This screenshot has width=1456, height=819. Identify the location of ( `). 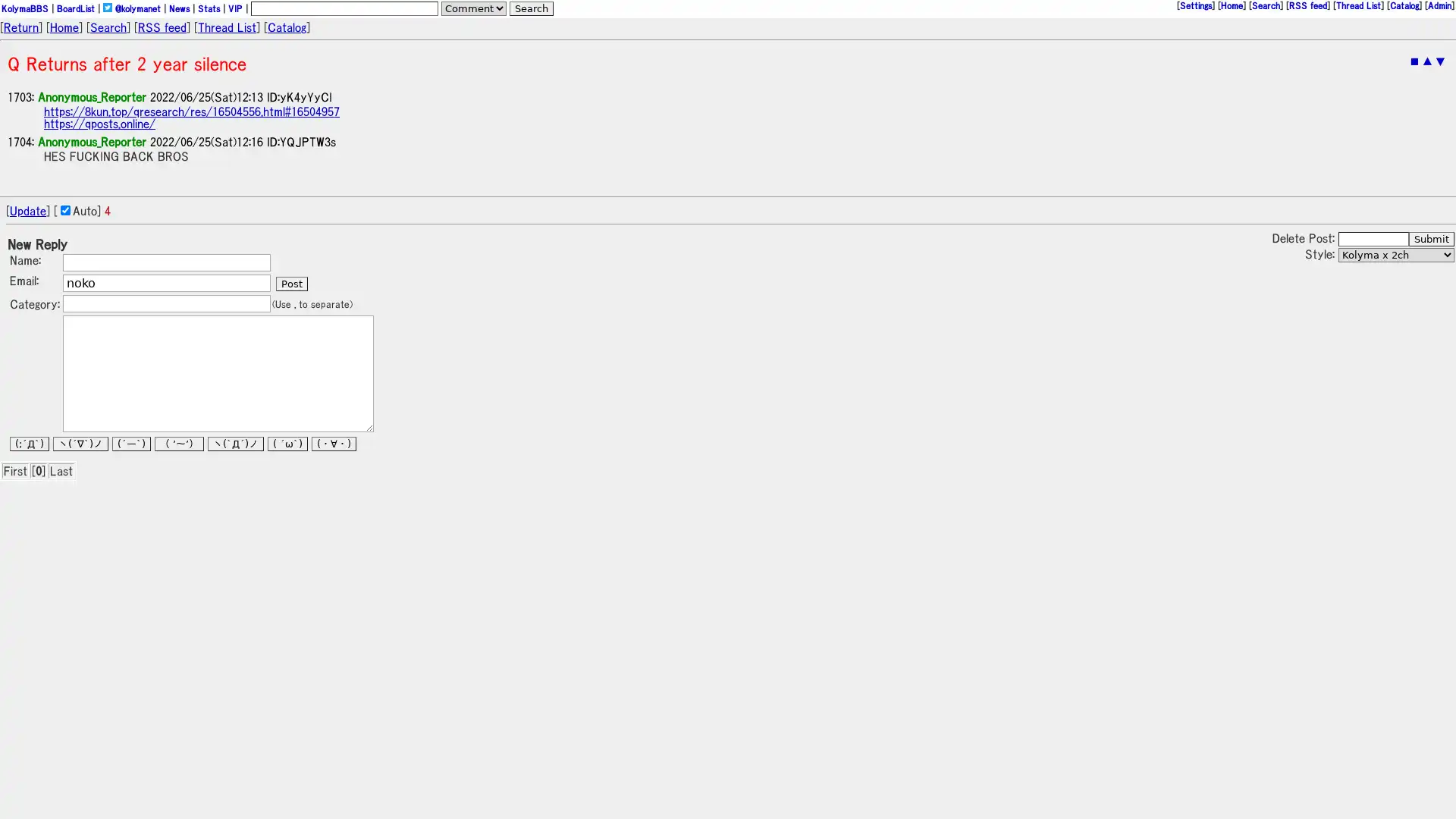
(131, 444).